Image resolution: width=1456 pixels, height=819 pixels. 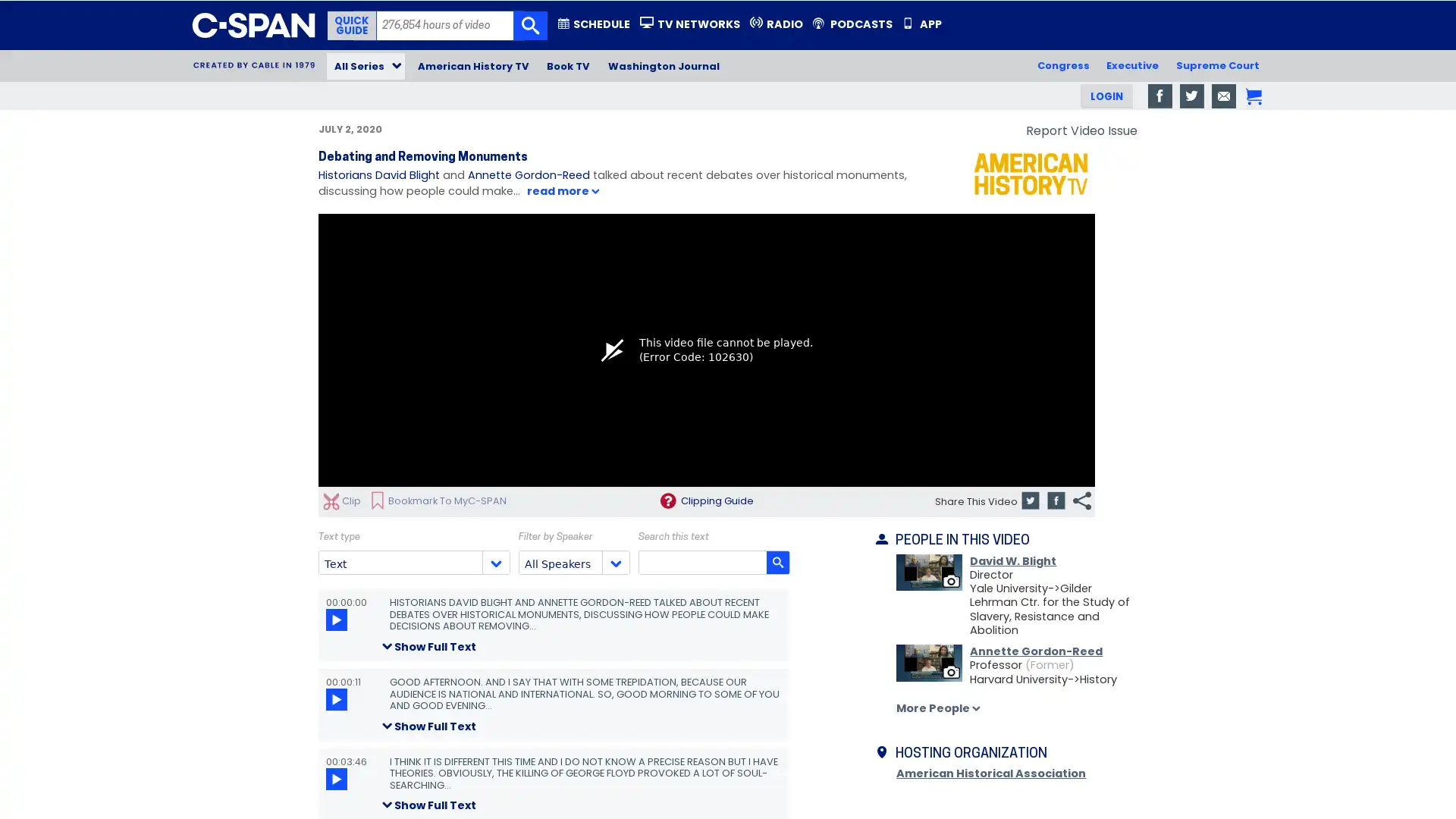 What do you see at coordinates (529, 26) in the screenshot?
I see `Search` at bounding box center [529, 26].